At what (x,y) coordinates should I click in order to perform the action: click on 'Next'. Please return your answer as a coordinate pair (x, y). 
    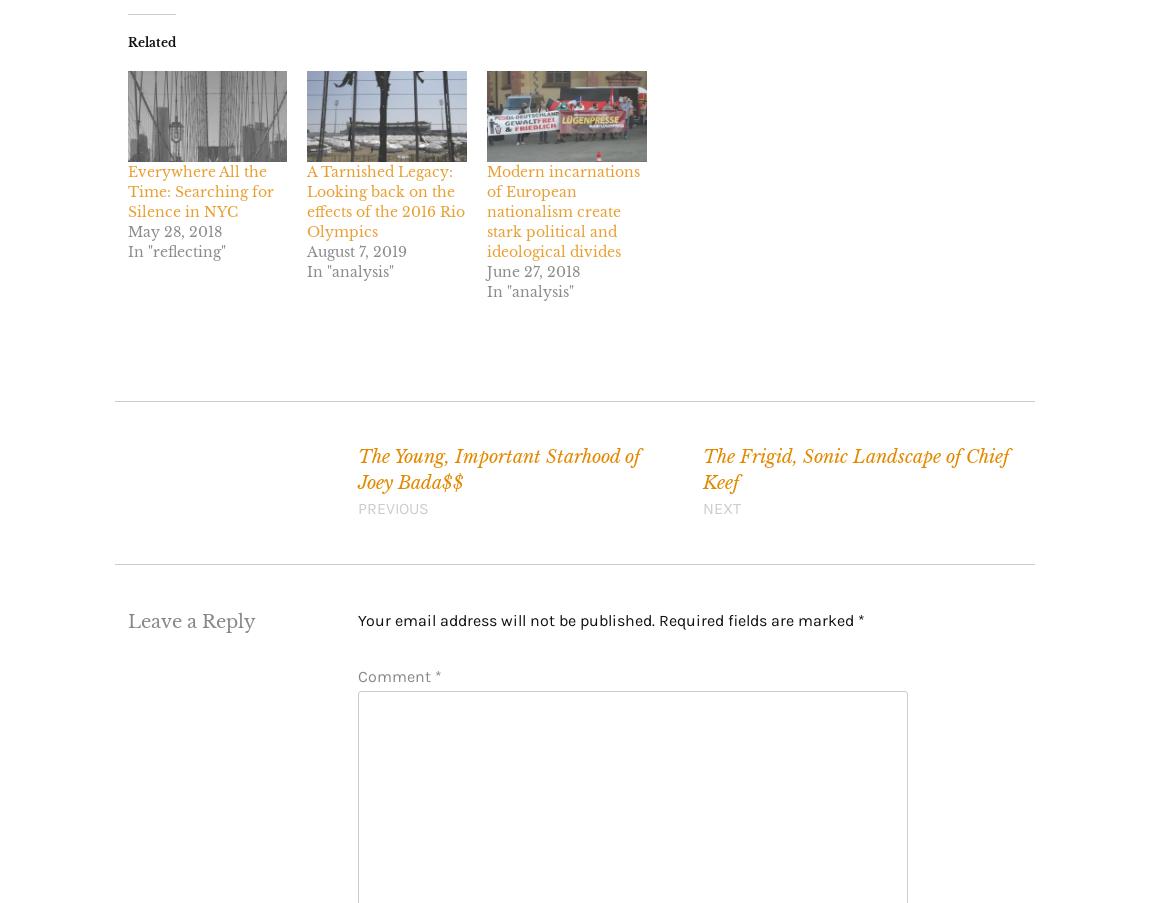
    Looking at the image, I should click on (700, 508).